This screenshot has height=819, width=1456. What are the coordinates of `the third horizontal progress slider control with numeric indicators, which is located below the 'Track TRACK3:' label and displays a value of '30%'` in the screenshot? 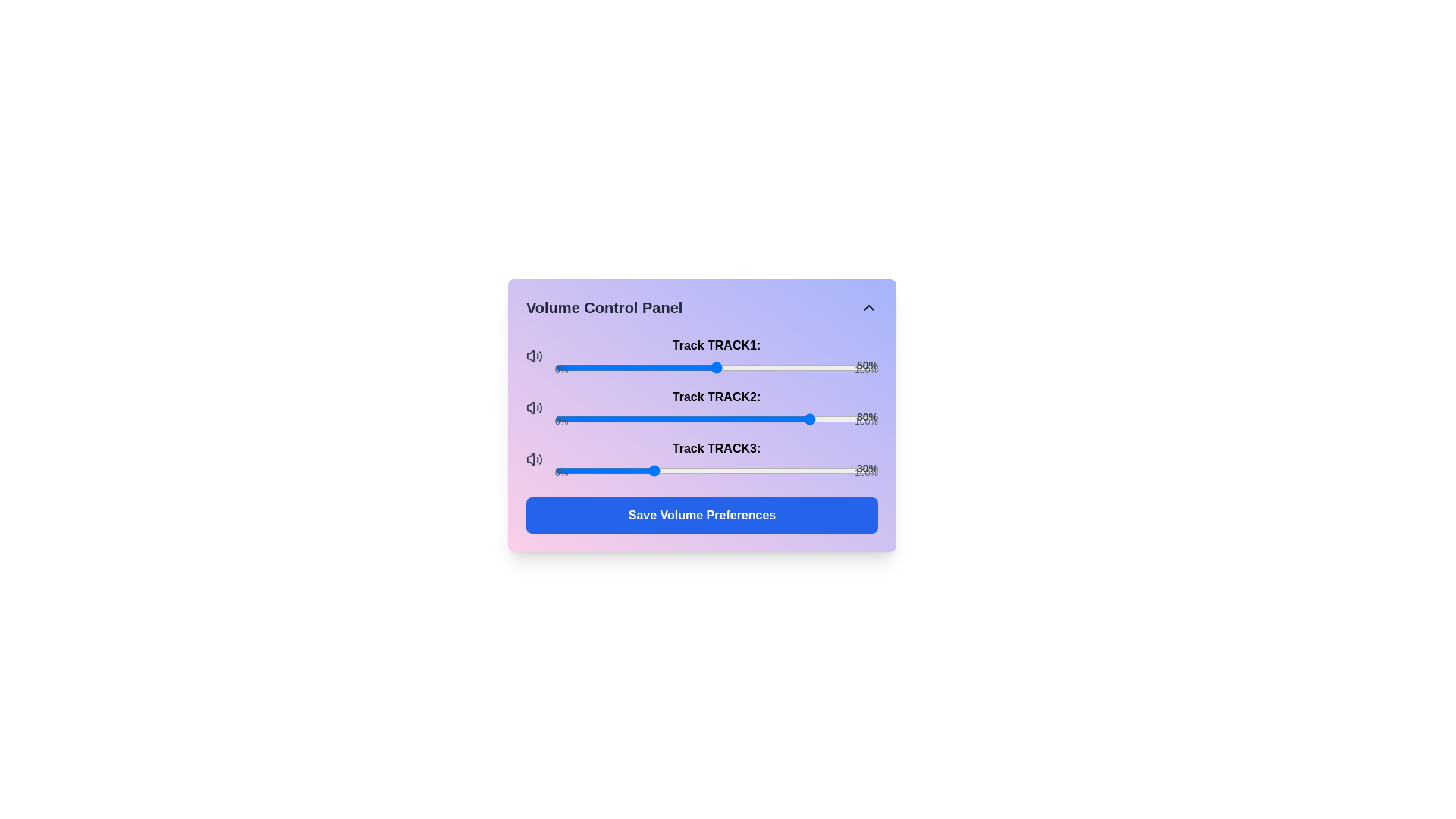 It's located at (716, 469).